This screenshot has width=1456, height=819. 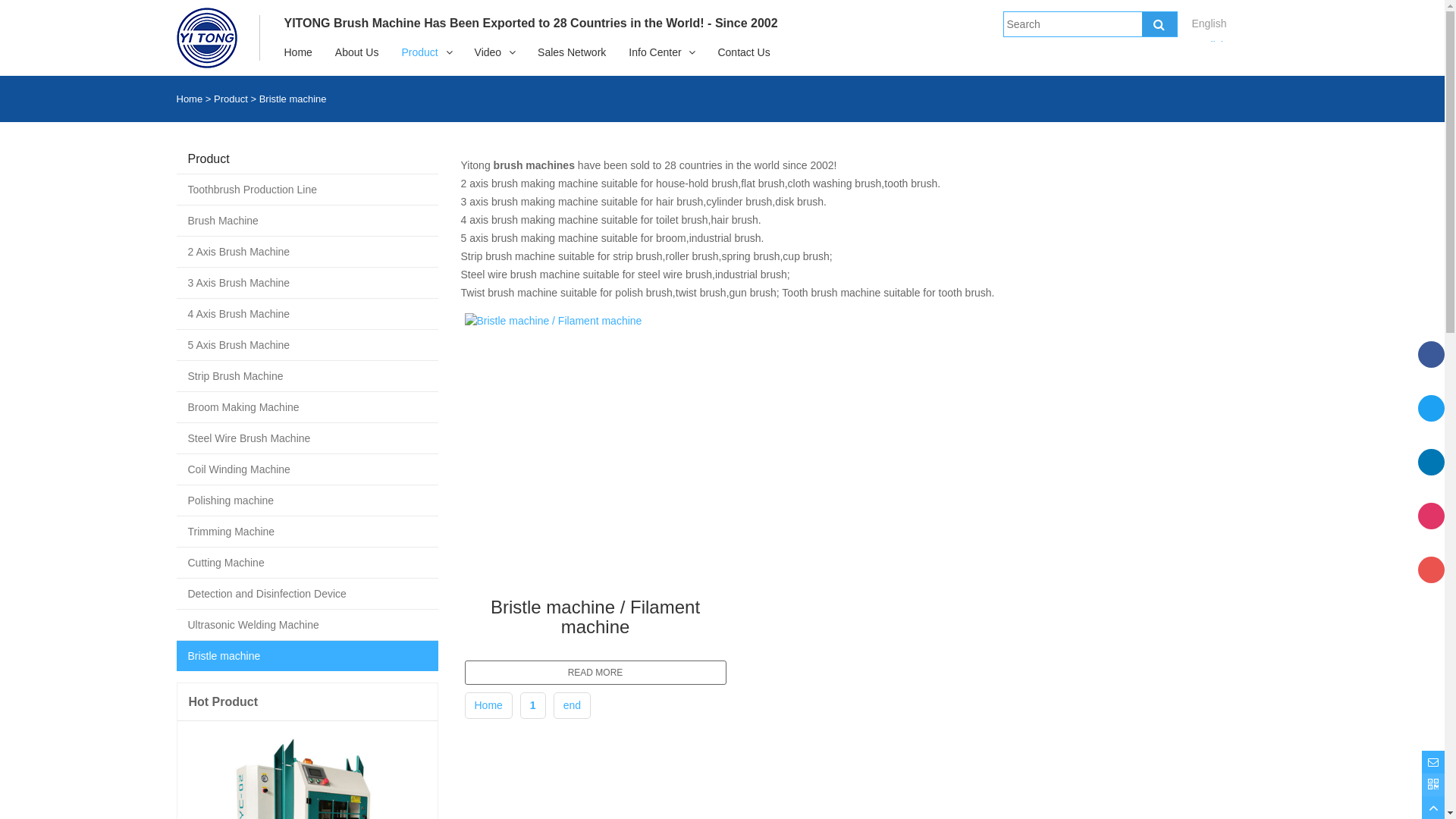 I want to click on 'Steel Wire Brush Machine', so click(x=306, y=438).